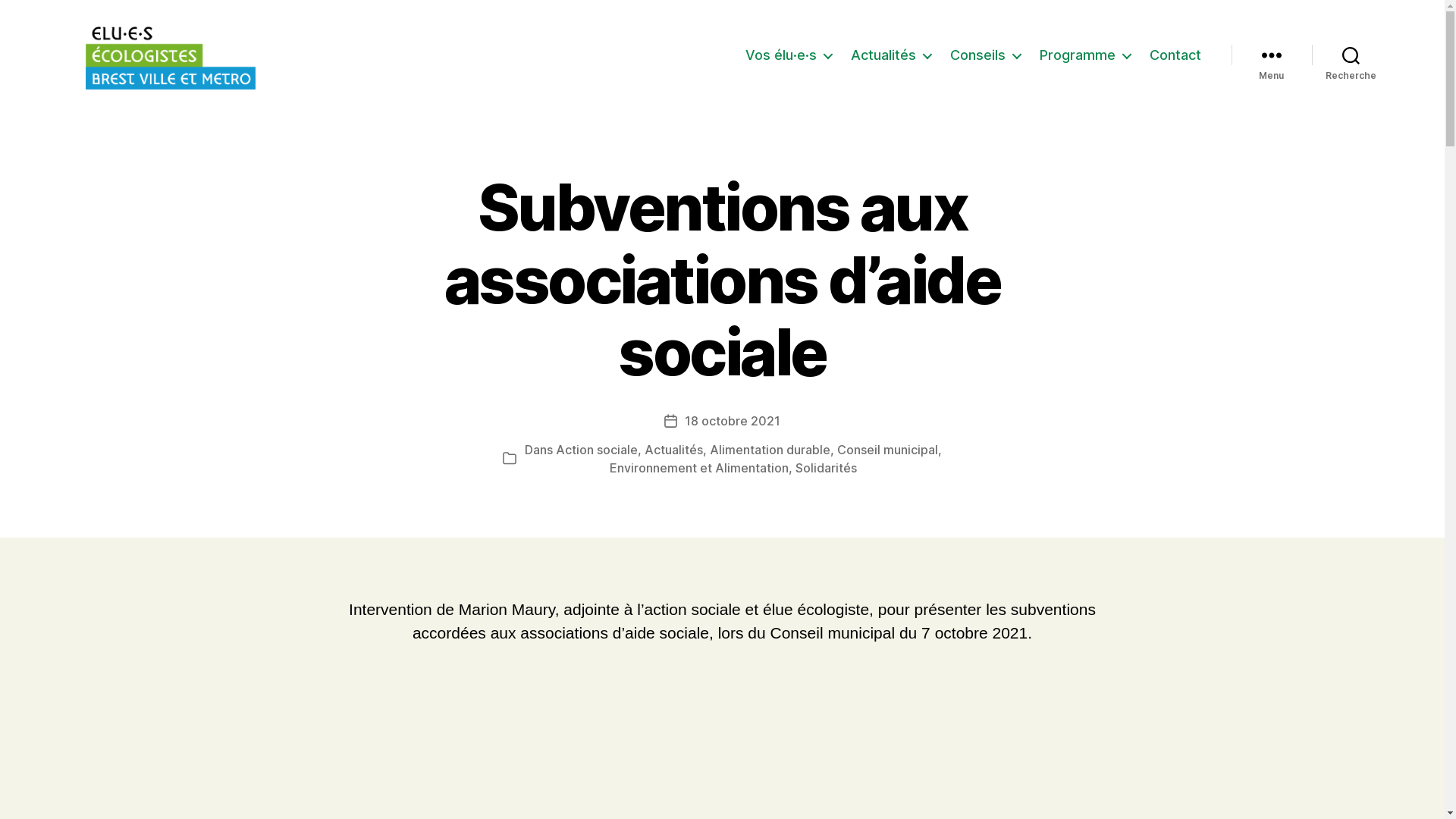 The image size is (1456, 819). Describe the element at coordinates (1084, 55) in the screenshot. I see `'Programme'` at that location.